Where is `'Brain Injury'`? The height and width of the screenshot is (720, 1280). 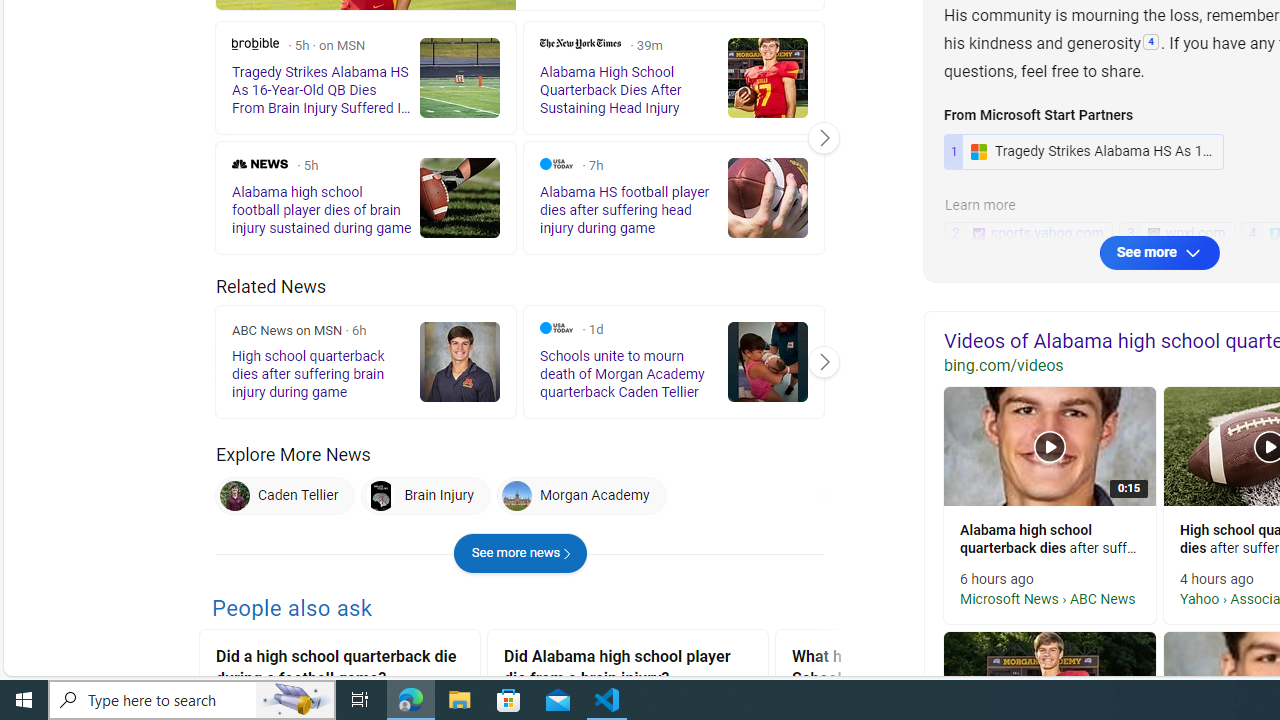
'Brain Injury' is located at coordinates (425, 495).